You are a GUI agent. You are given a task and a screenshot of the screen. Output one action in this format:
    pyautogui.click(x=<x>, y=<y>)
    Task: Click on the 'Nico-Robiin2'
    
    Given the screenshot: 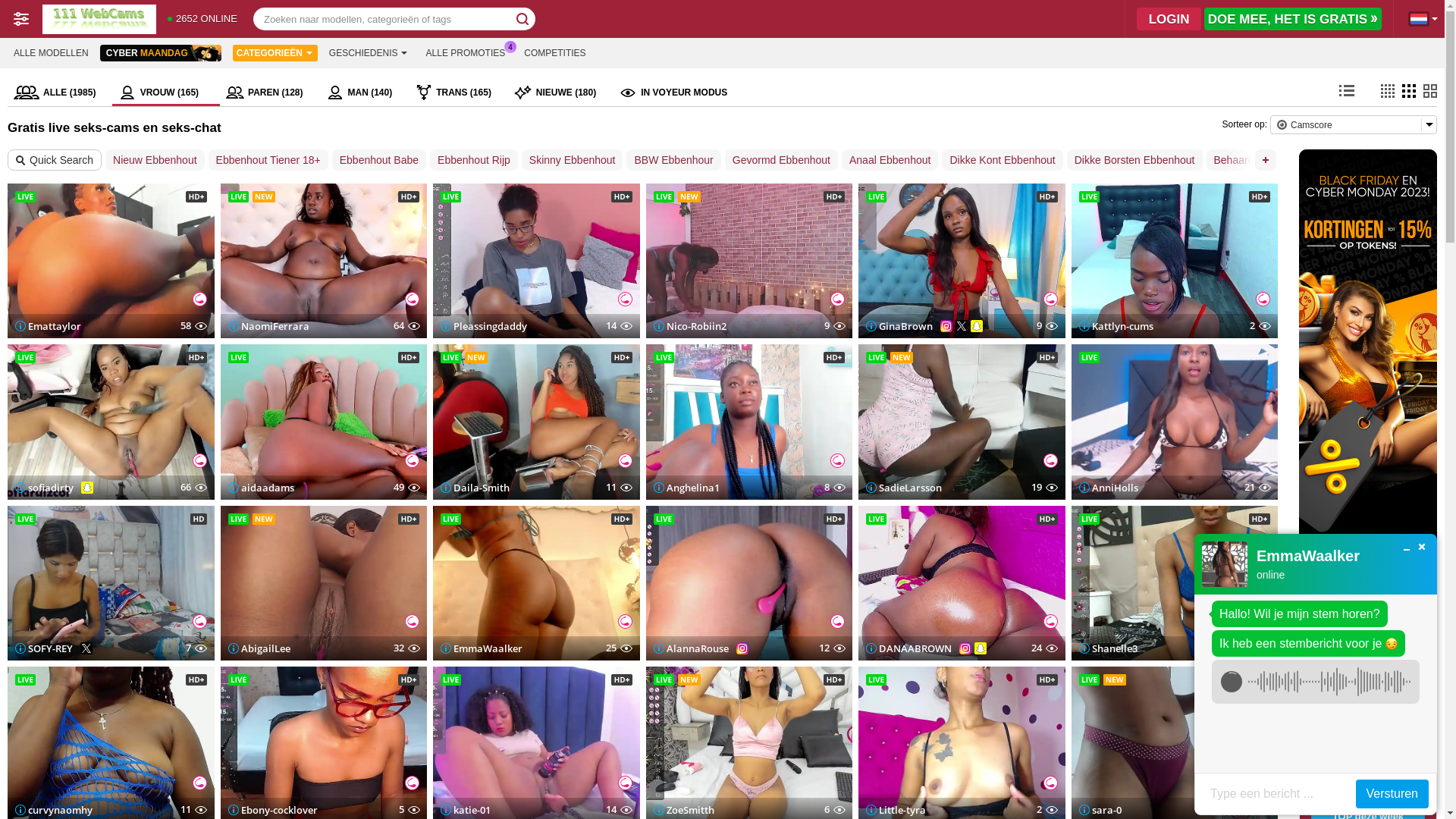 What is the action you would take?
    pyautogui.click(x=689, y=325)
    